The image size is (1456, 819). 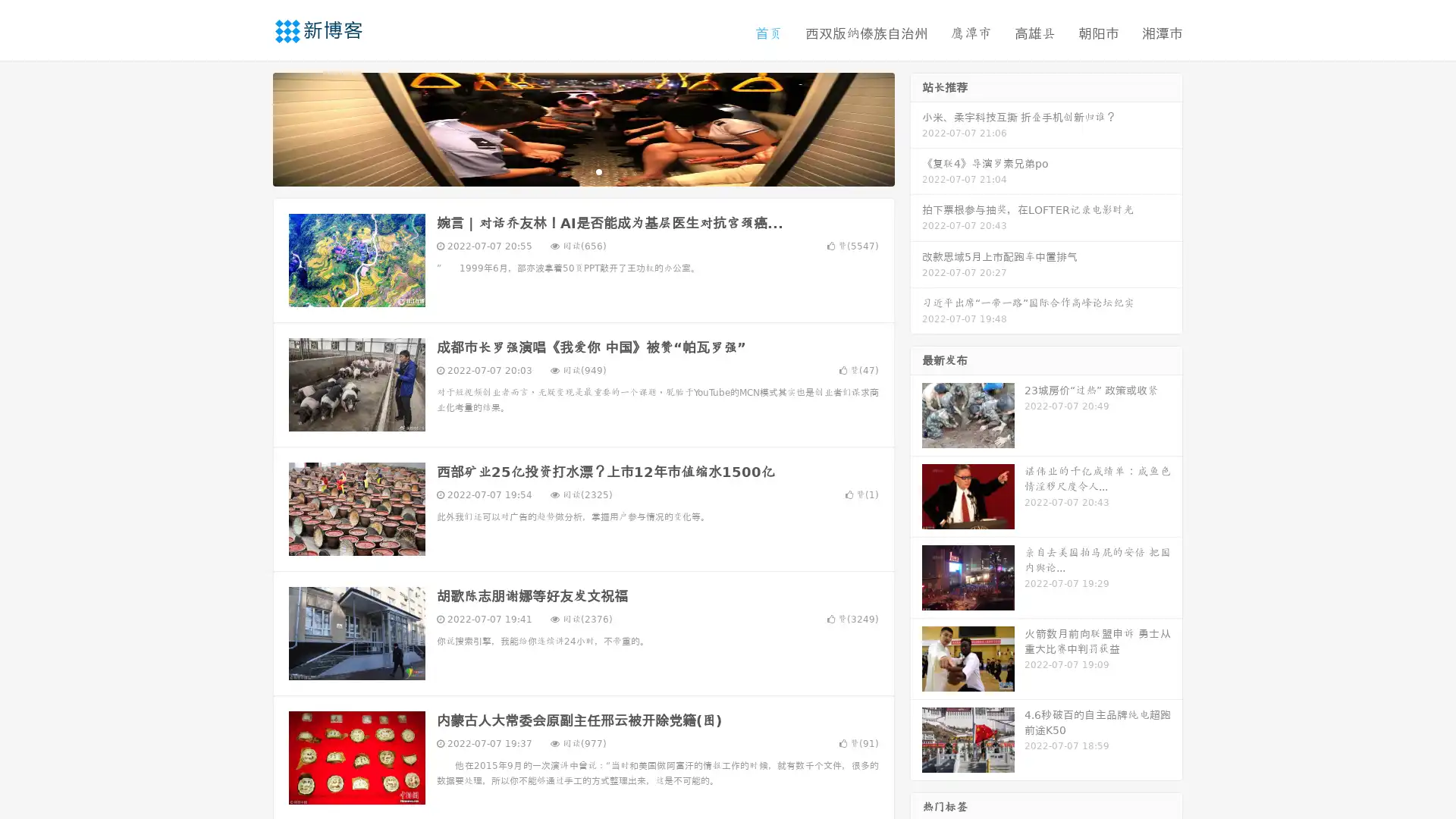 What do you see at coordinates (916, 127) in the screenshot?
I see `Next slide` at bounding box center [916, 127].